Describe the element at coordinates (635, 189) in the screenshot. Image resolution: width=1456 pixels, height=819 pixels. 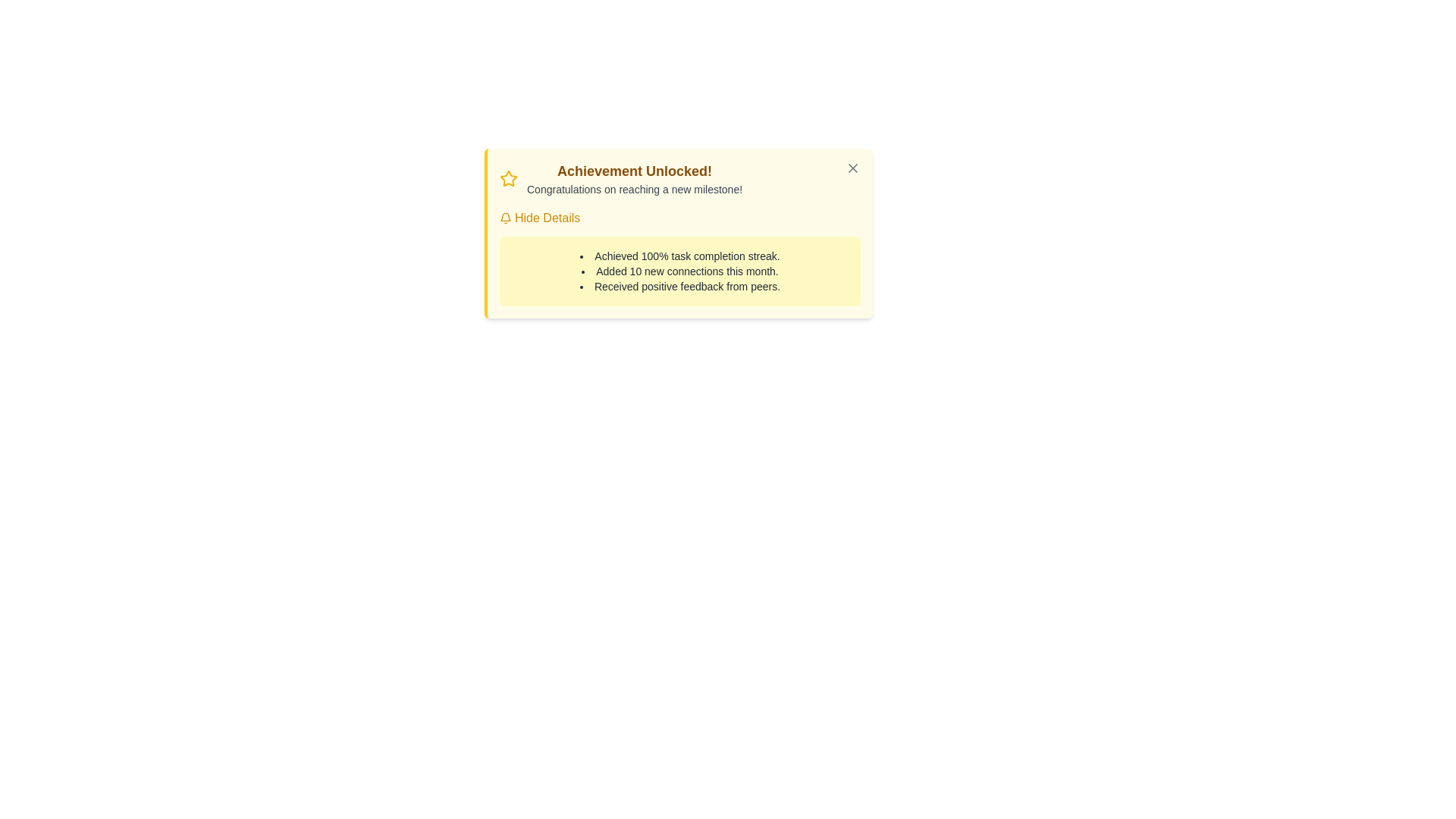
I see `the text label reading 'Congratulations on reaching a new milestone!' which is styled with a small font size and gray color, positioned below the bold headline 'Achievement Unlocked!' in a notification-style card` at that location.